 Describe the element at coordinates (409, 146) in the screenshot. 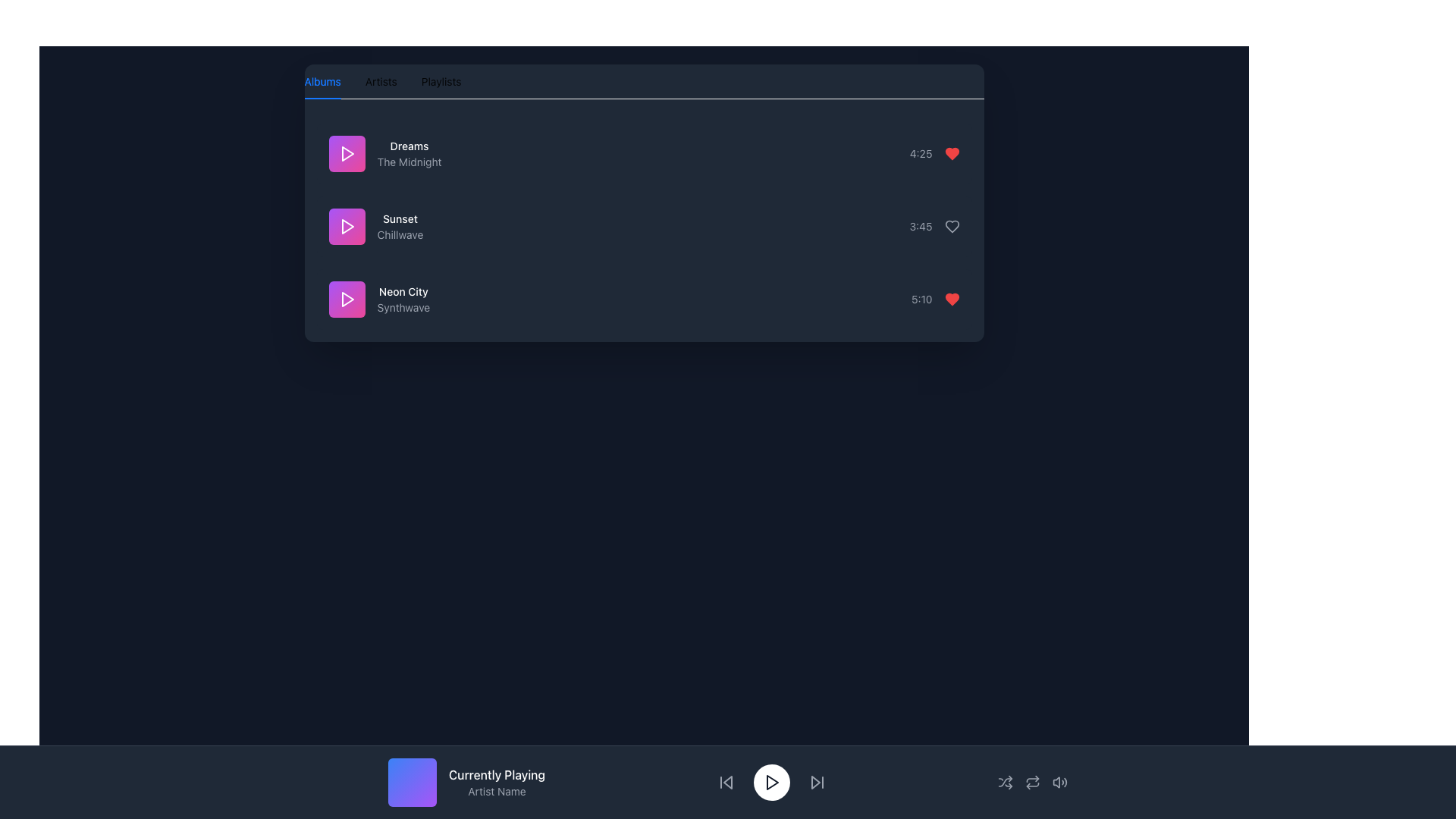

I see `the text label displaying 'Dreams' in white color, positioned at the top-left of the first list item in the song list` at that location.